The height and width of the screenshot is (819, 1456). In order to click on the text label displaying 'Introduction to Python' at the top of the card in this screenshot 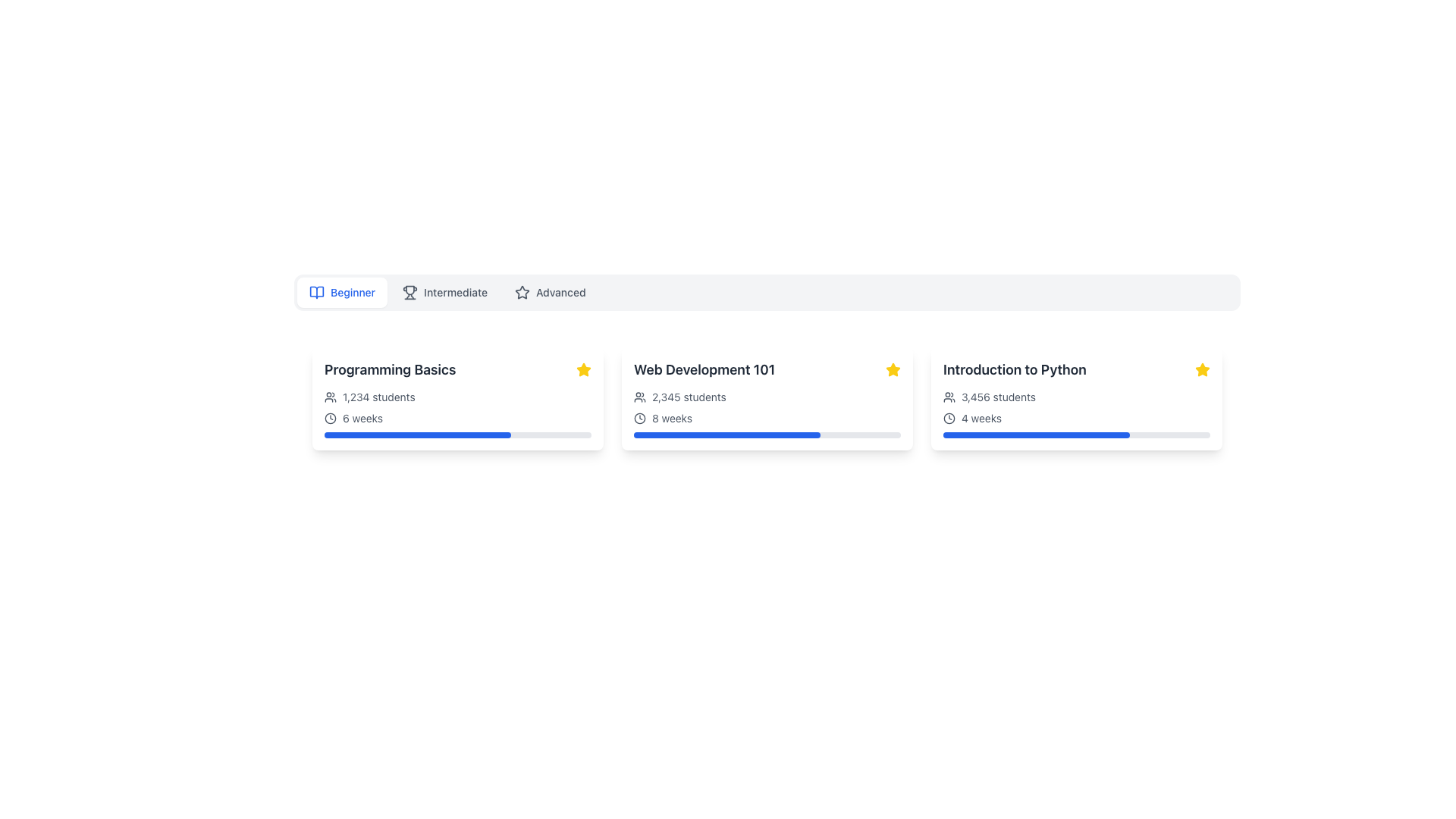, I will do `click(1015, 370)`.